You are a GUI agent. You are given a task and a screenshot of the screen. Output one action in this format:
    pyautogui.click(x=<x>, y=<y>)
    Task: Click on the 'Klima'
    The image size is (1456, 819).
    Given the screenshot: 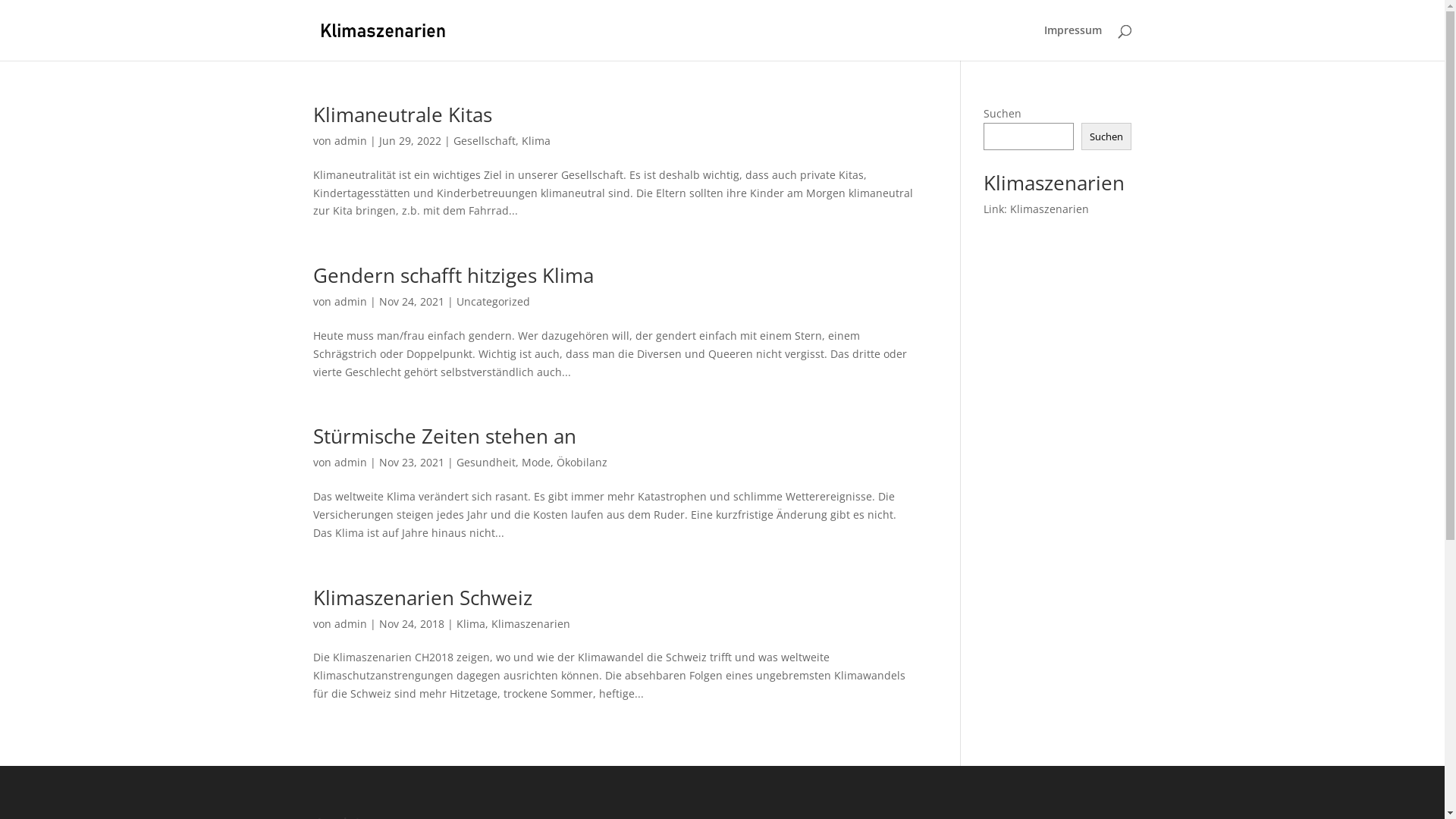 What is the action you would take?
    pyautogui.click(x=535, y=140)
    